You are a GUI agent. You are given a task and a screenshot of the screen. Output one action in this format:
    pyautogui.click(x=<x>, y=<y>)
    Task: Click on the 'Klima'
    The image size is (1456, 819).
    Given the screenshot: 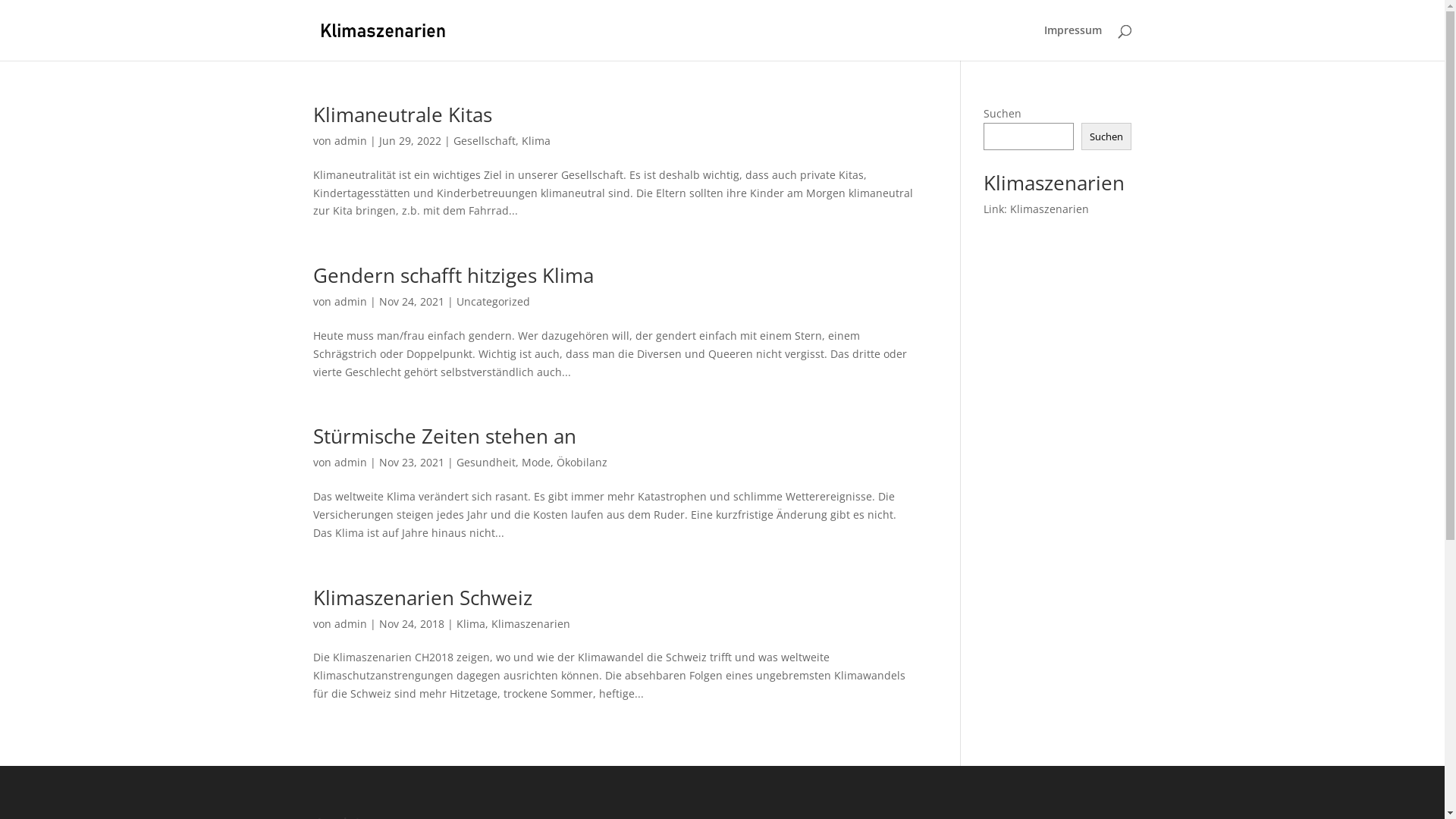 What is the action you would take?
    pyautogui.click(x=535, y=140)
    